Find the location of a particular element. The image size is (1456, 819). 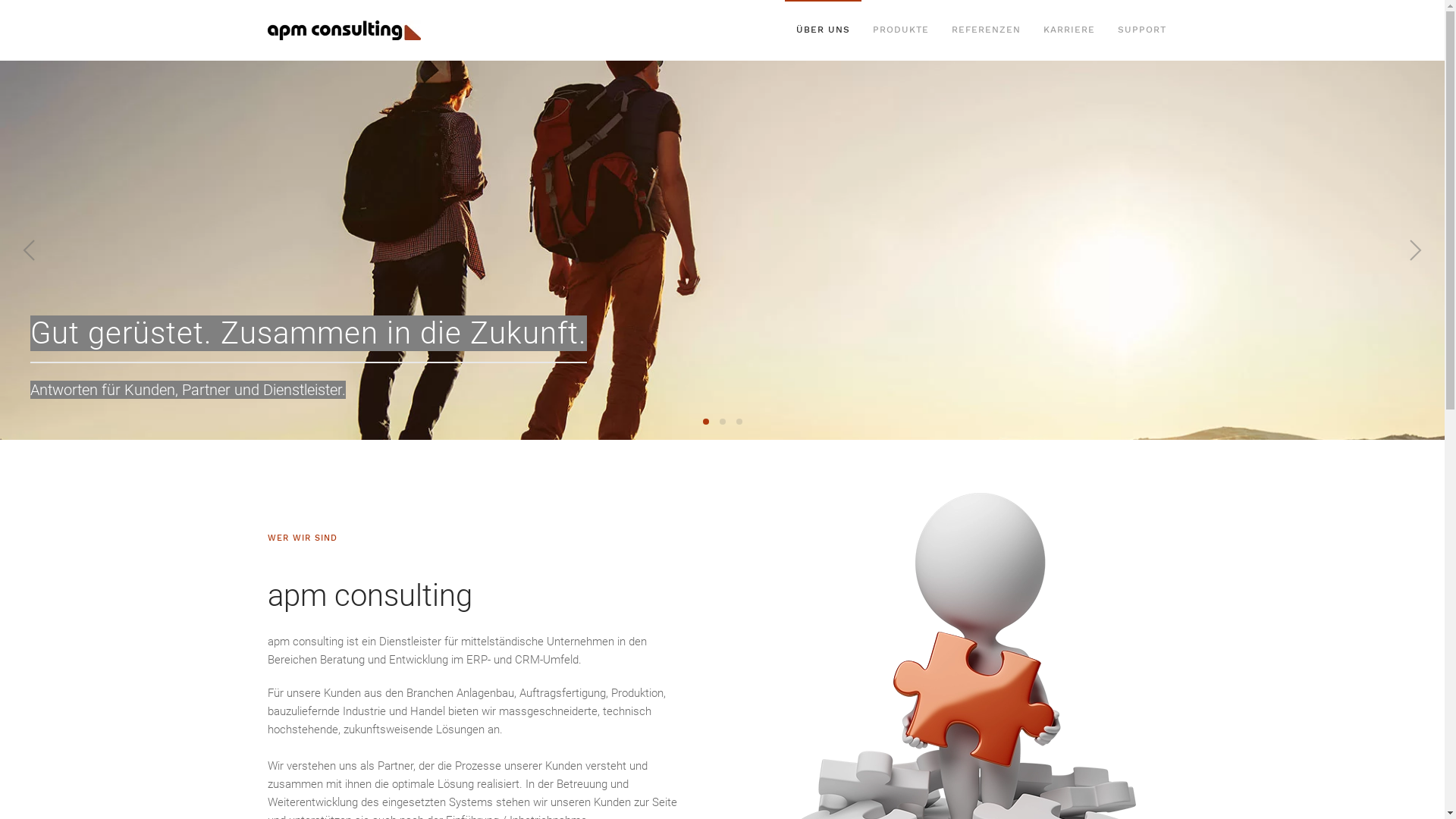

'REFERENZEN' is located at coordinates (986, 30).